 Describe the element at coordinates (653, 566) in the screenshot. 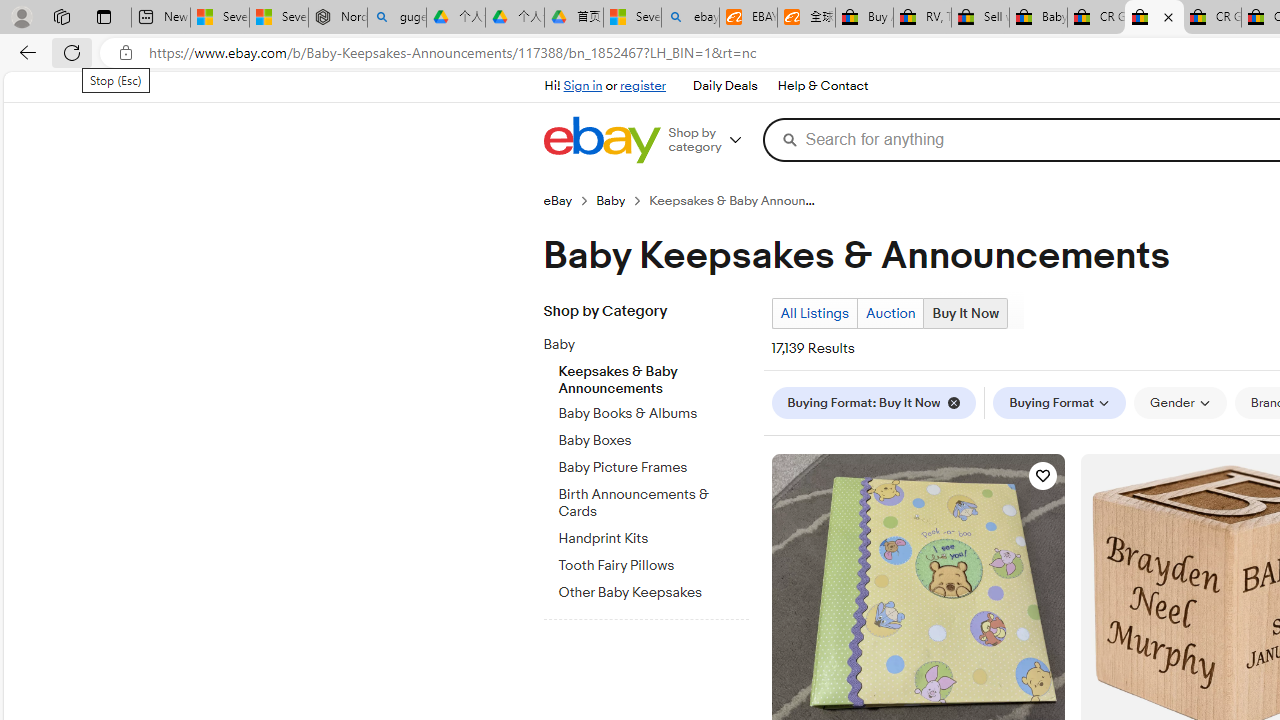

I see `'Tooth Fairy Pillows'` at that location.